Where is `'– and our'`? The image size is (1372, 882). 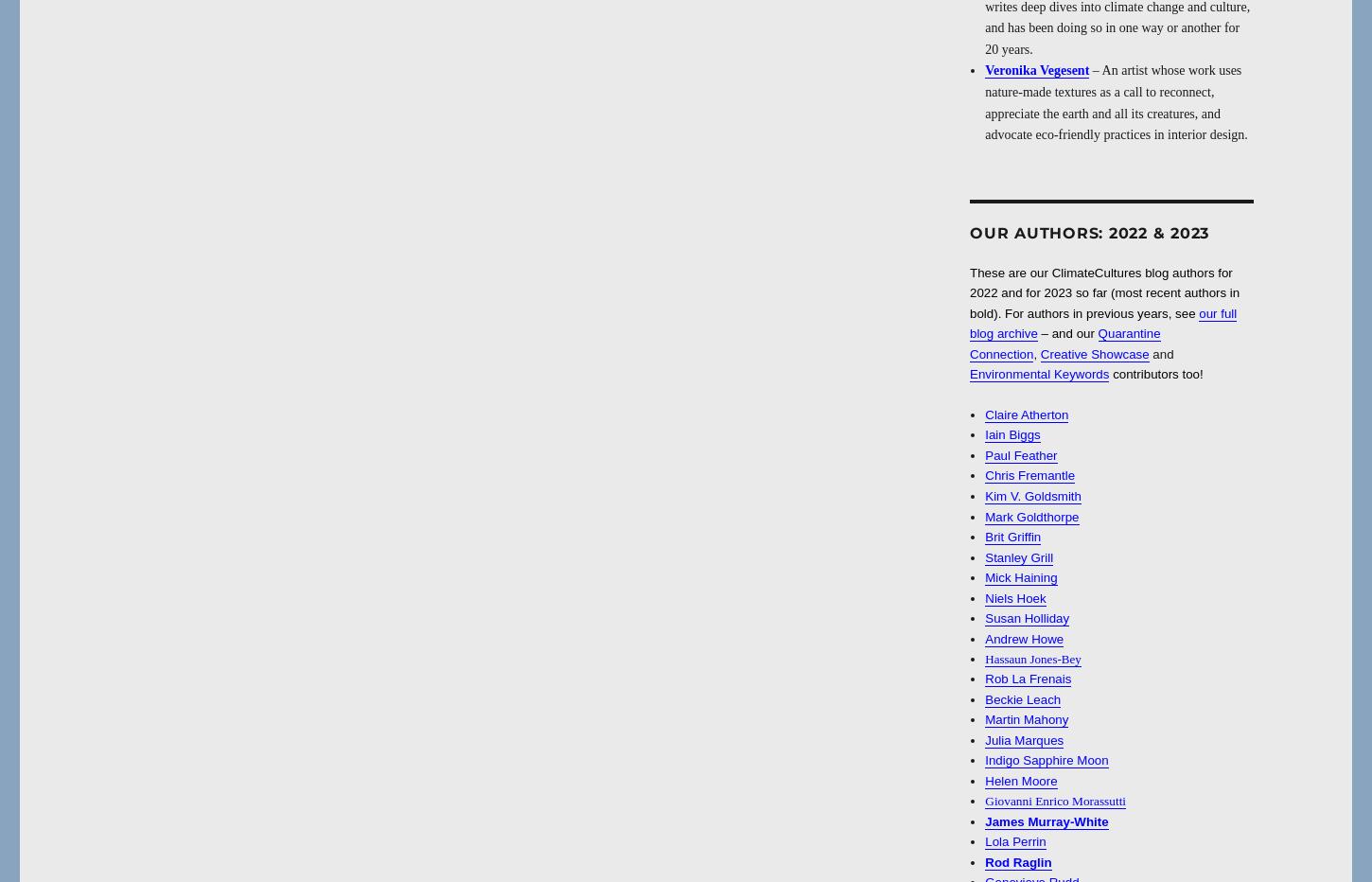
'– and our' is located at coordinates (1036, 332).